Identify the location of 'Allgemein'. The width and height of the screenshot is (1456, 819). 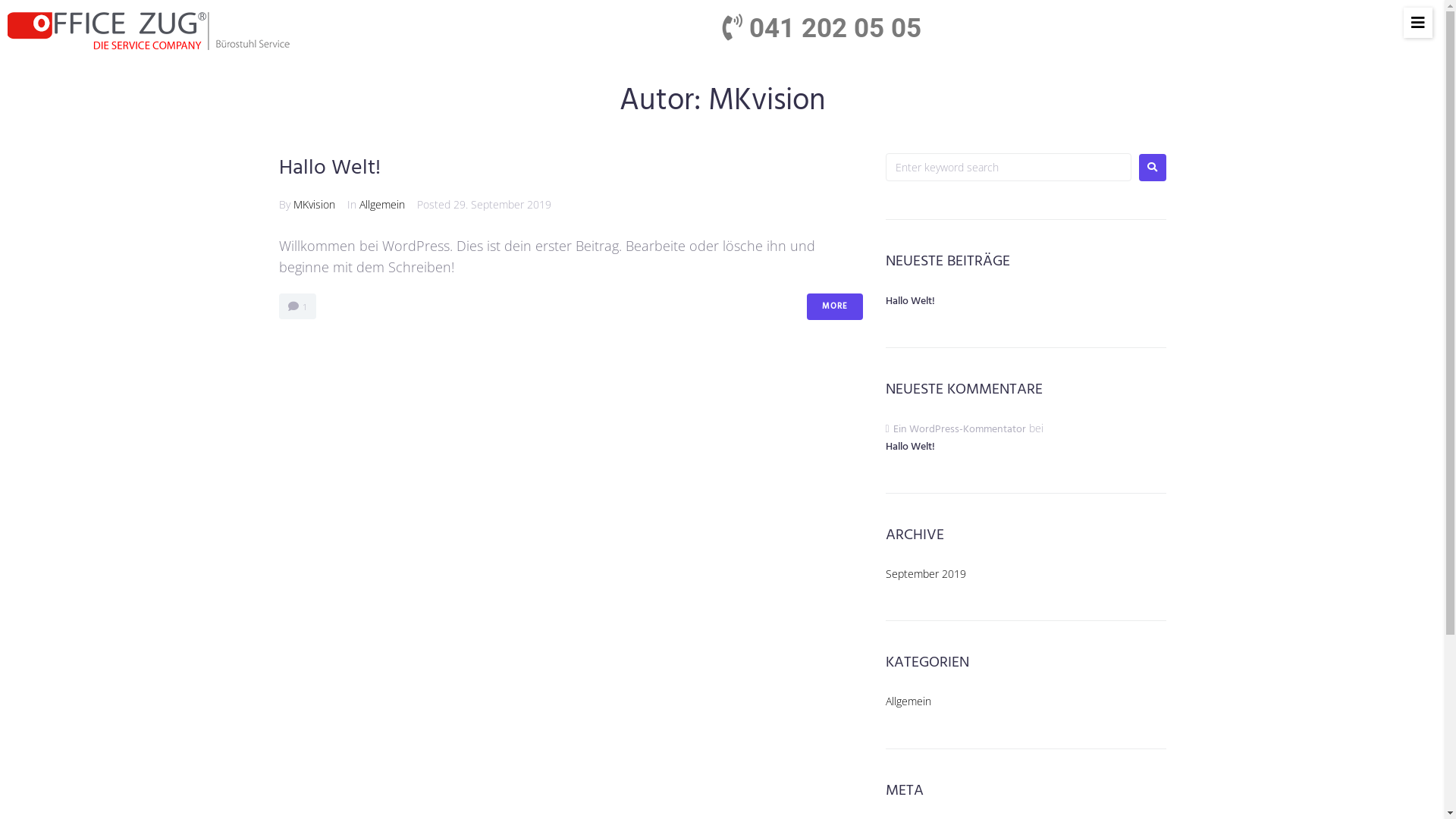
(382, 203).